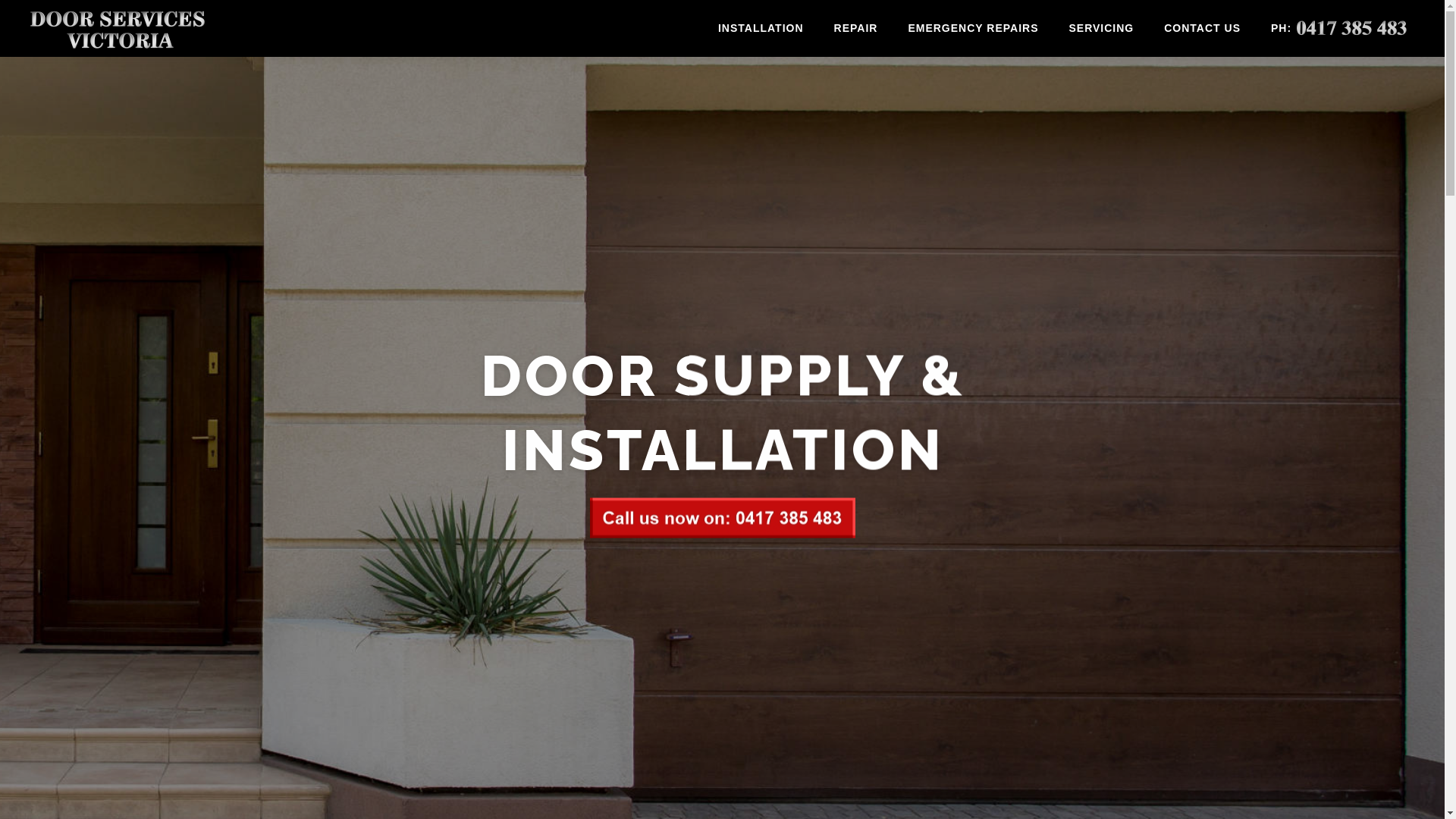 The height and width of the screenshot is (819, 1456). I want to click on 'CONTACT US', so click(1201, 28).